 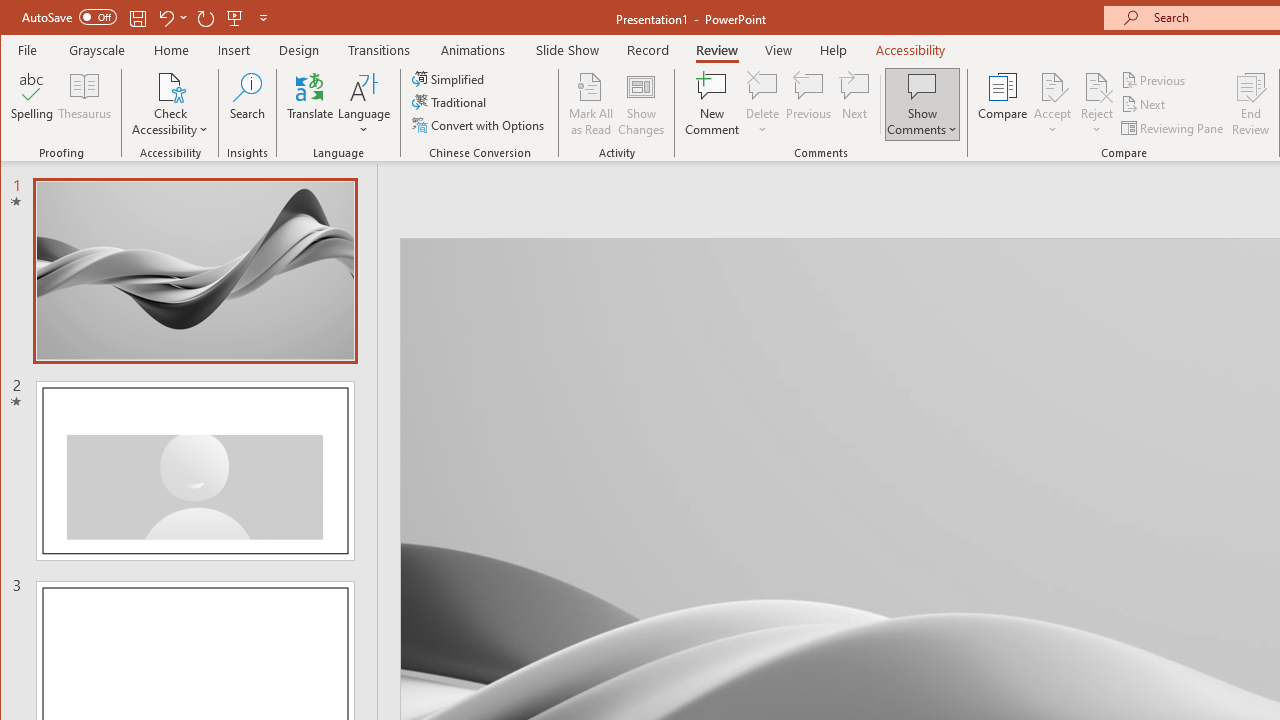 What do you see at coordinates (761, 104) in the screenshot?
I see `'Delete'` at bounding box center [761, 104].